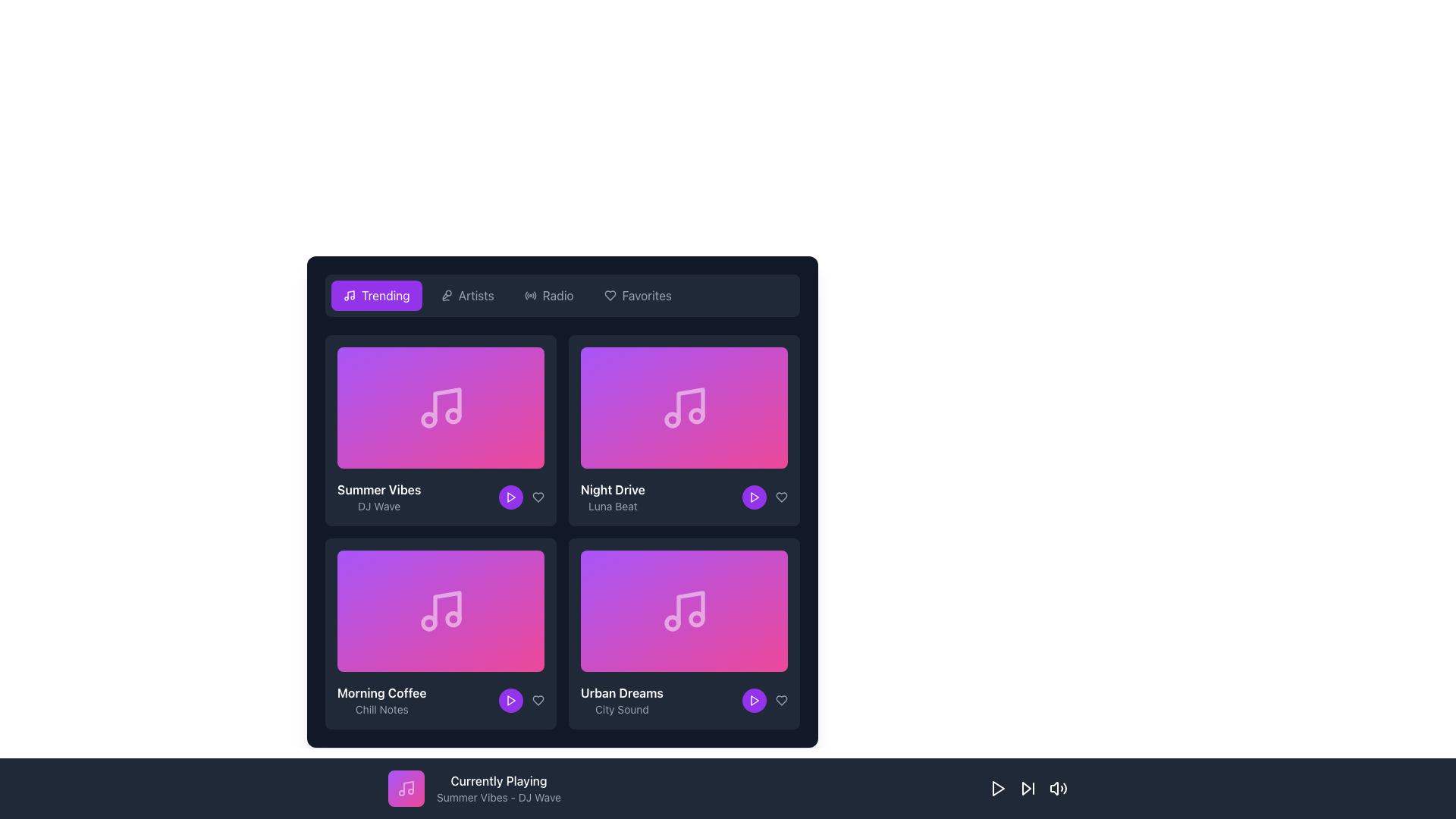 Image resolution: width=1456 pixels, height=819 pixels. I want to click on the circular button with a purple background and a white play icon, located at the bottom-right corner of the 'Summer Vibes' card by 'DJ Wave', so click(510, 497).